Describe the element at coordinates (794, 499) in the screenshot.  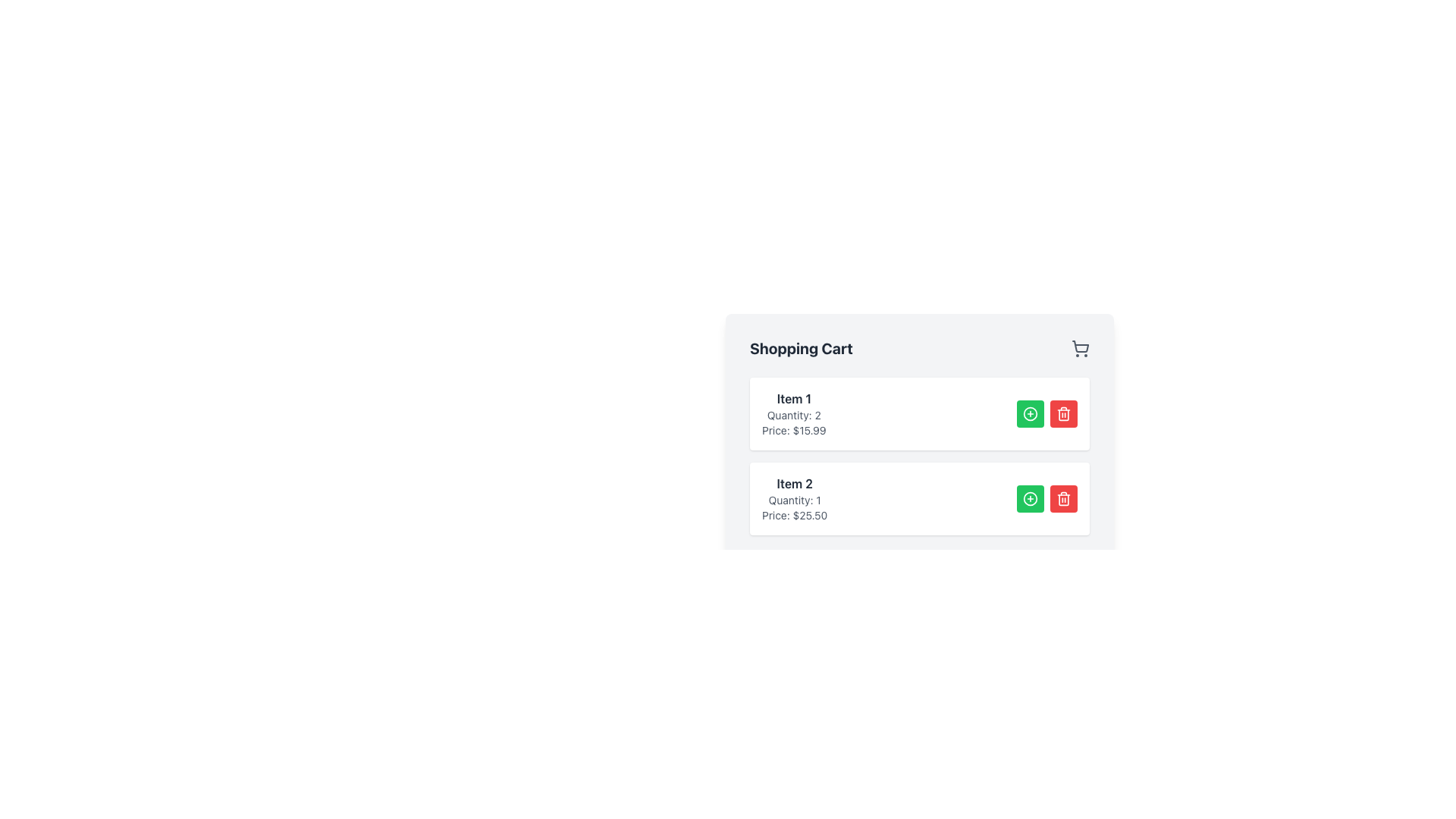
I see `the text element displaying information about 'Item 2' in the shopping cart, which includes the item name, quantity, and price` at that location.